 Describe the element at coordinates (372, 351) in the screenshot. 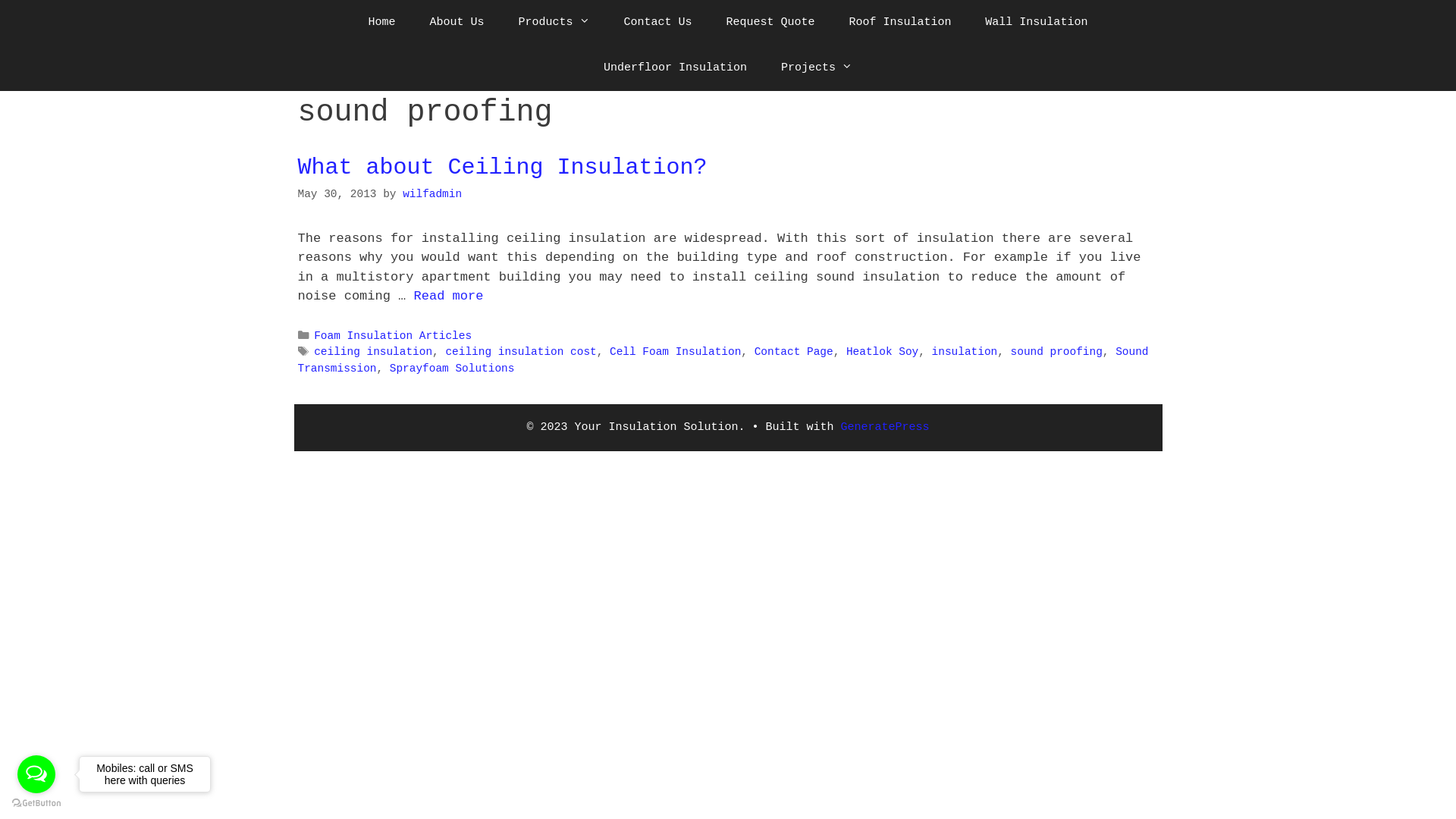

I see `'ceiling insulation'` at that location.